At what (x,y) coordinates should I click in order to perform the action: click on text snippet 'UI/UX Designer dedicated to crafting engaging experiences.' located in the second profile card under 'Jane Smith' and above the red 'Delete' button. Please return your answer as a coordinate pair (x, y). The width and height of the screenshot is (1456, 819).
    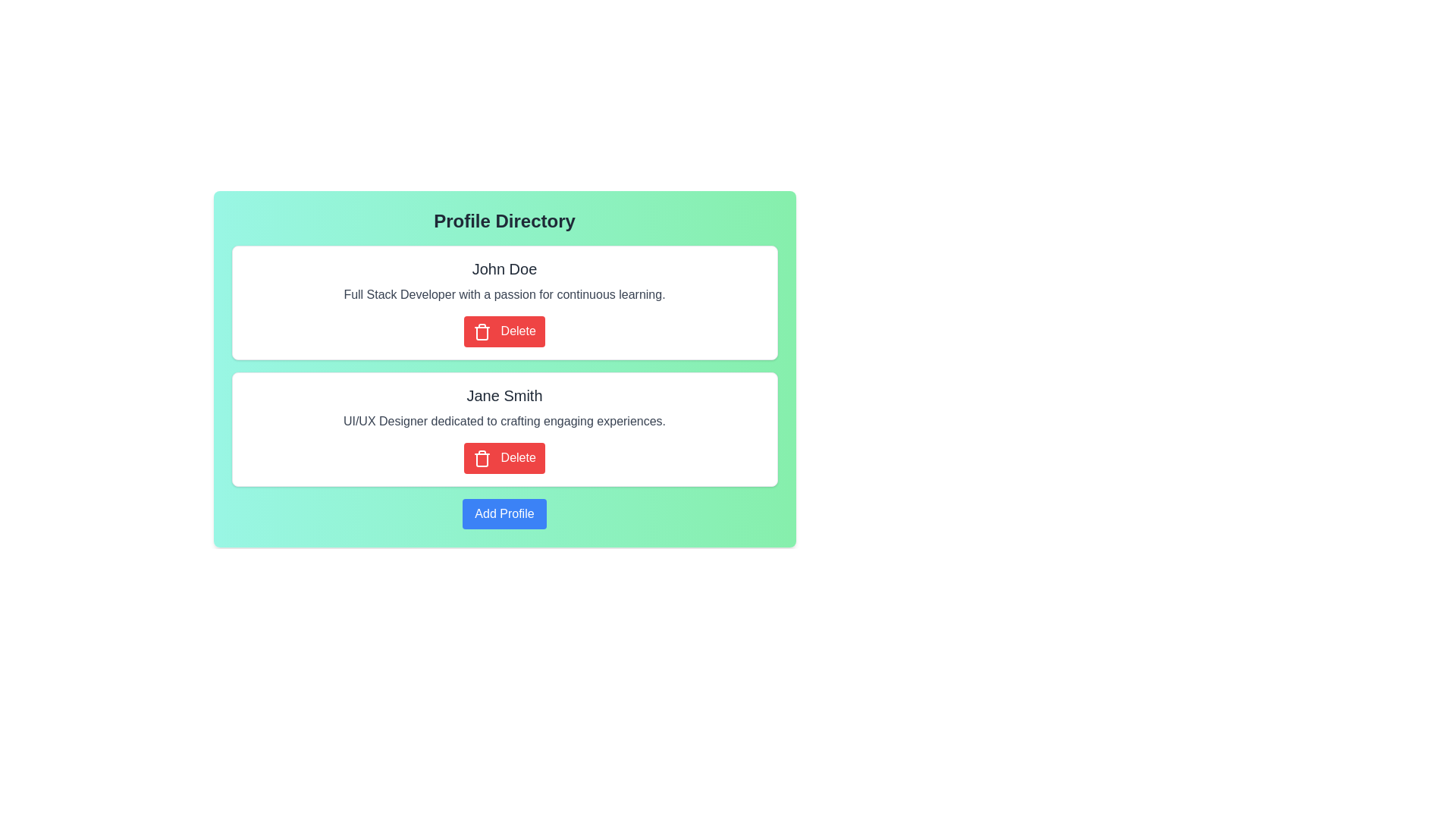
    Looking at the image, I should click on (504, 421).